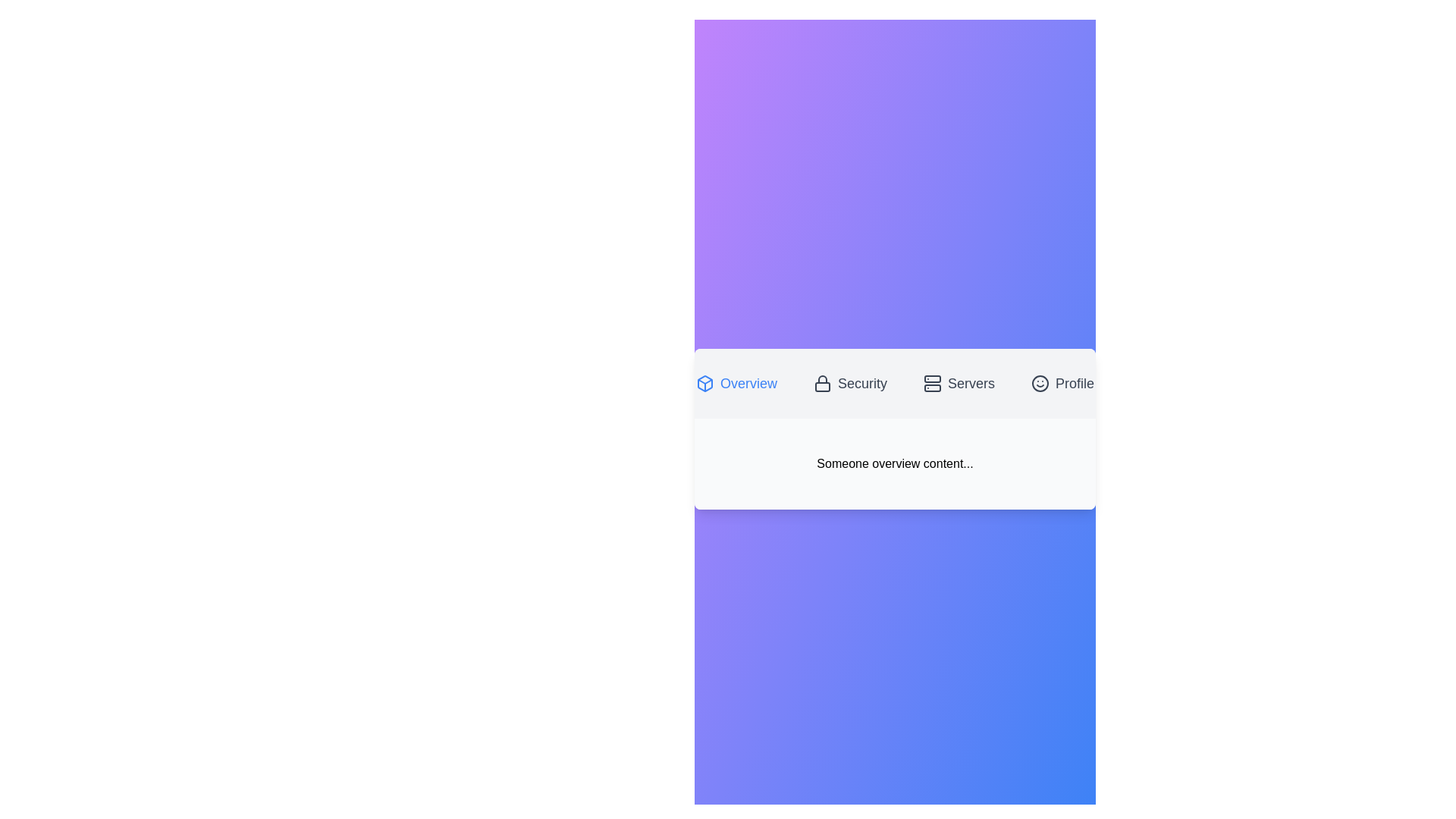  I want to click on the padlock icon representing the 'Security' option in the horizontal navigation menu, which is the second element from the left, so click(821, 382).